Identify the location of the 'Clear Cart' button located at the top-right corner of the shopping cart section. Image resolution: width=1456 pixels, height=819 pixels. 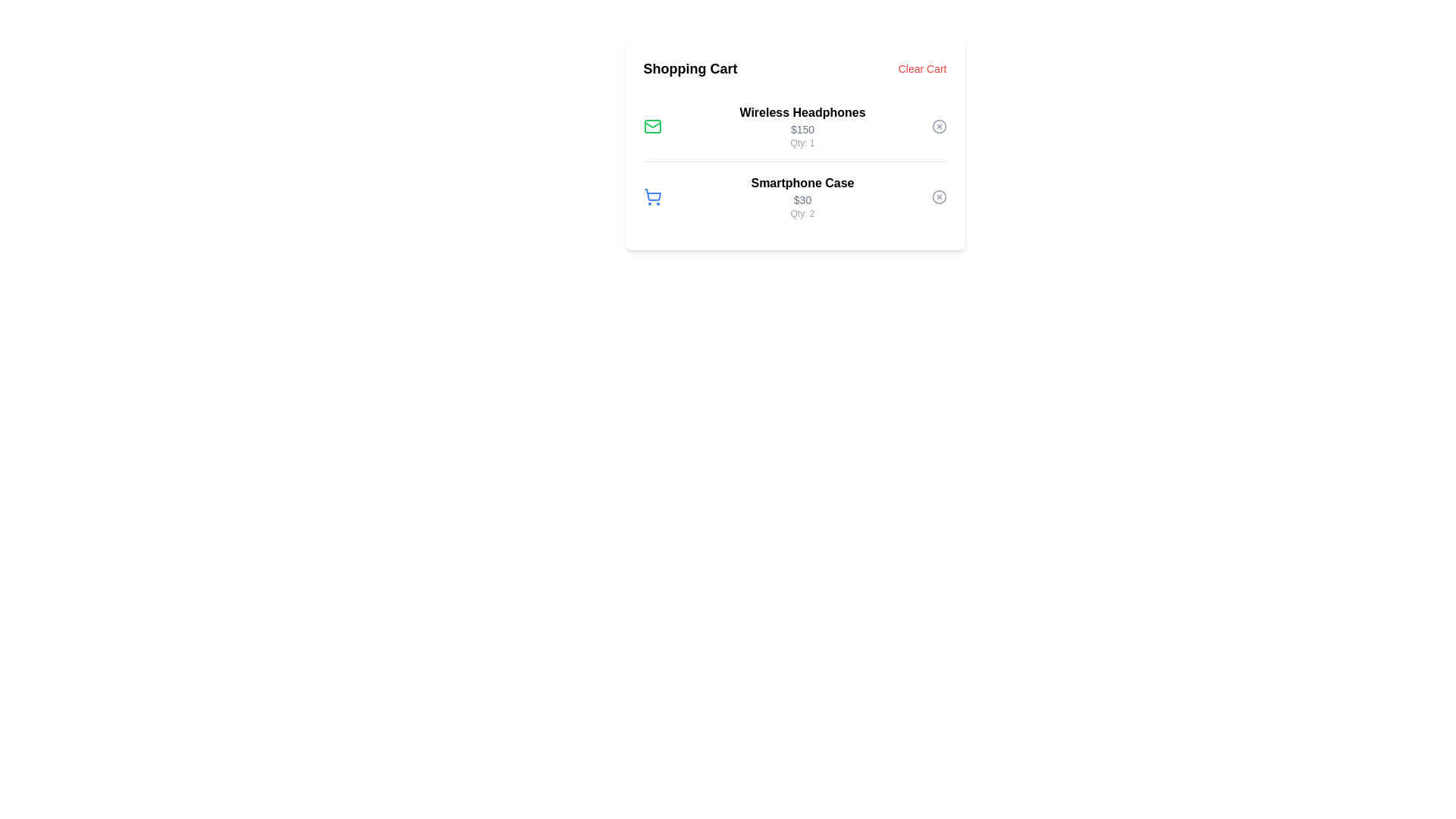
(921, 69).